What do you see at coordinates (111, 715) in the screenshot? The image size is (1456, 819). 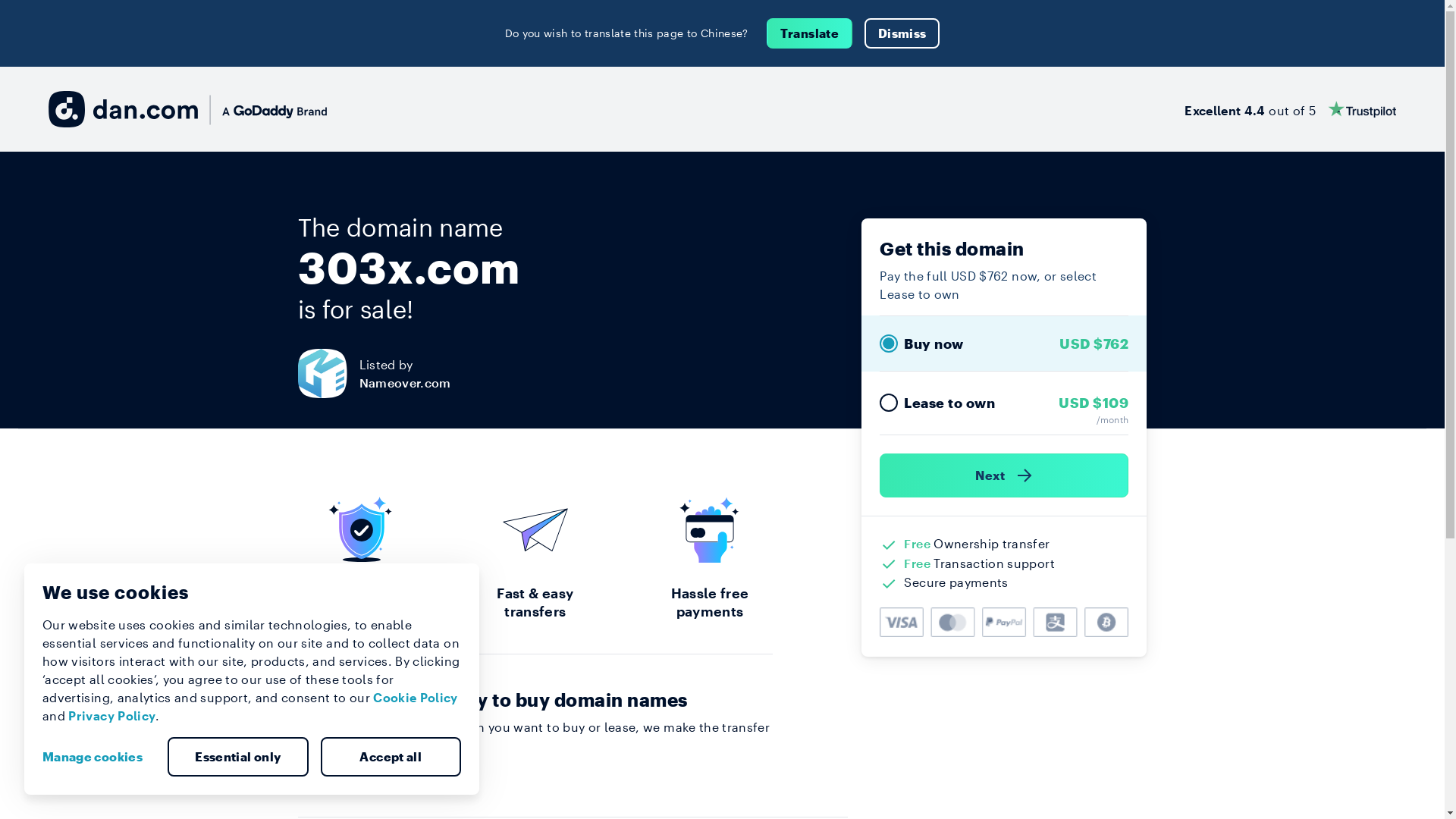 I see `'Privacy Policy'` at bounding box center [111, 715].